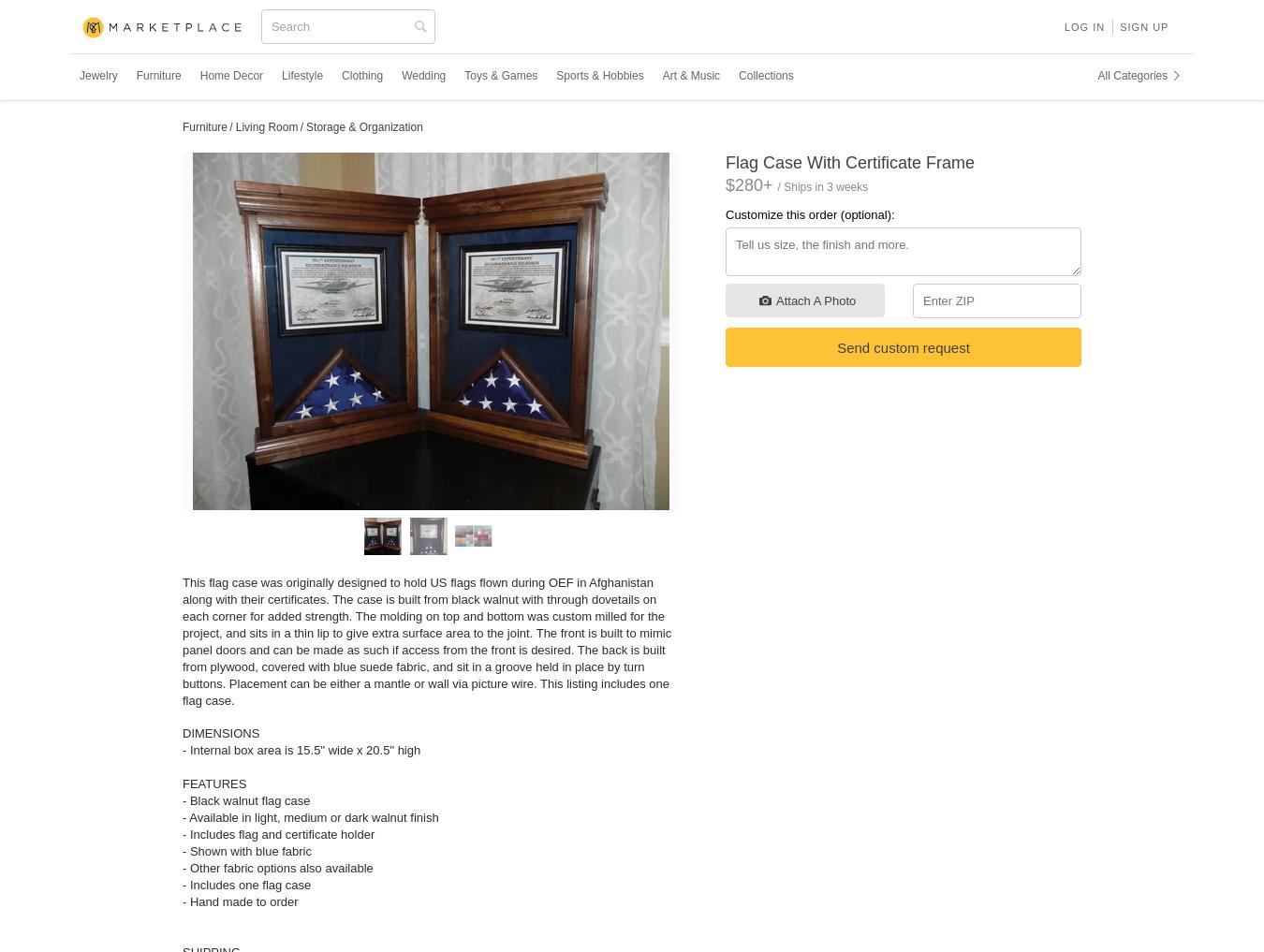 The image size is (1264, 952). Describe the element at coordinates (783, 212) in the screenshot. I see `'Customize this order'` at that location.